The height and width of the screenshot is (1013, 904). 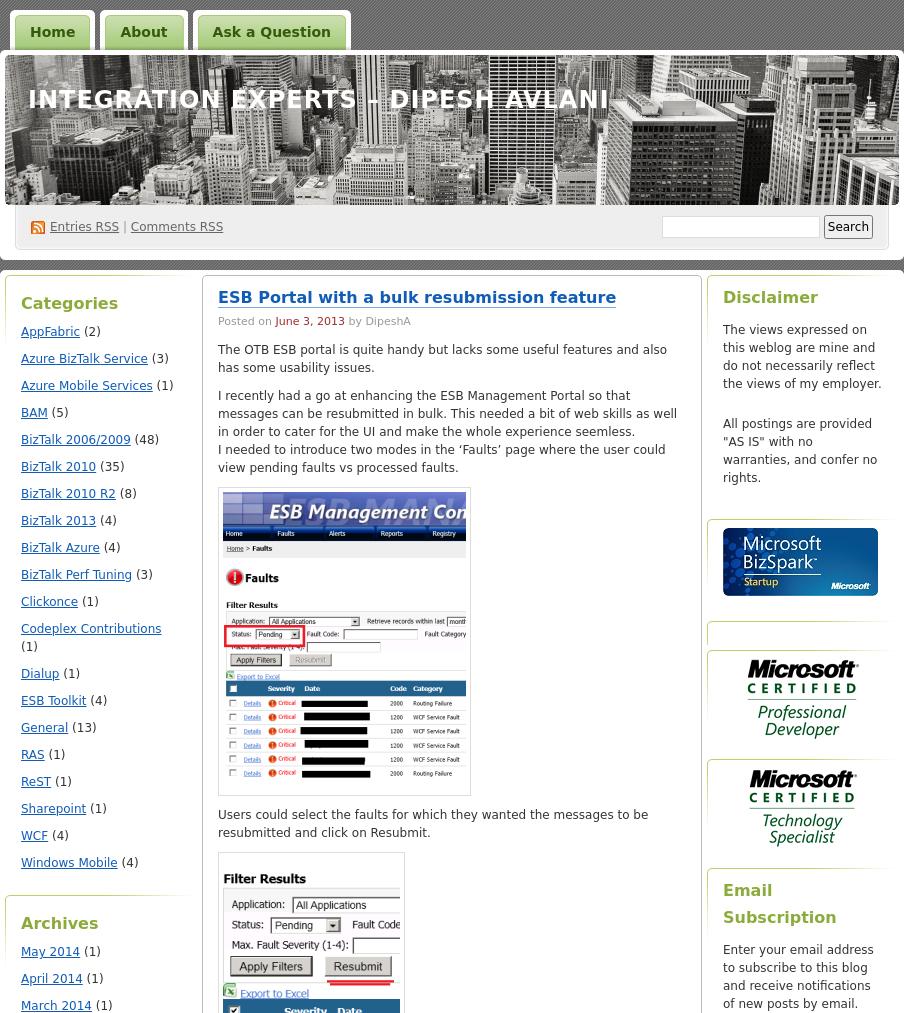 What do you see at coordinates (86, 385) in the screenshot?
I see `'Azure Mobile Services'` at bounding box center [86, 385].